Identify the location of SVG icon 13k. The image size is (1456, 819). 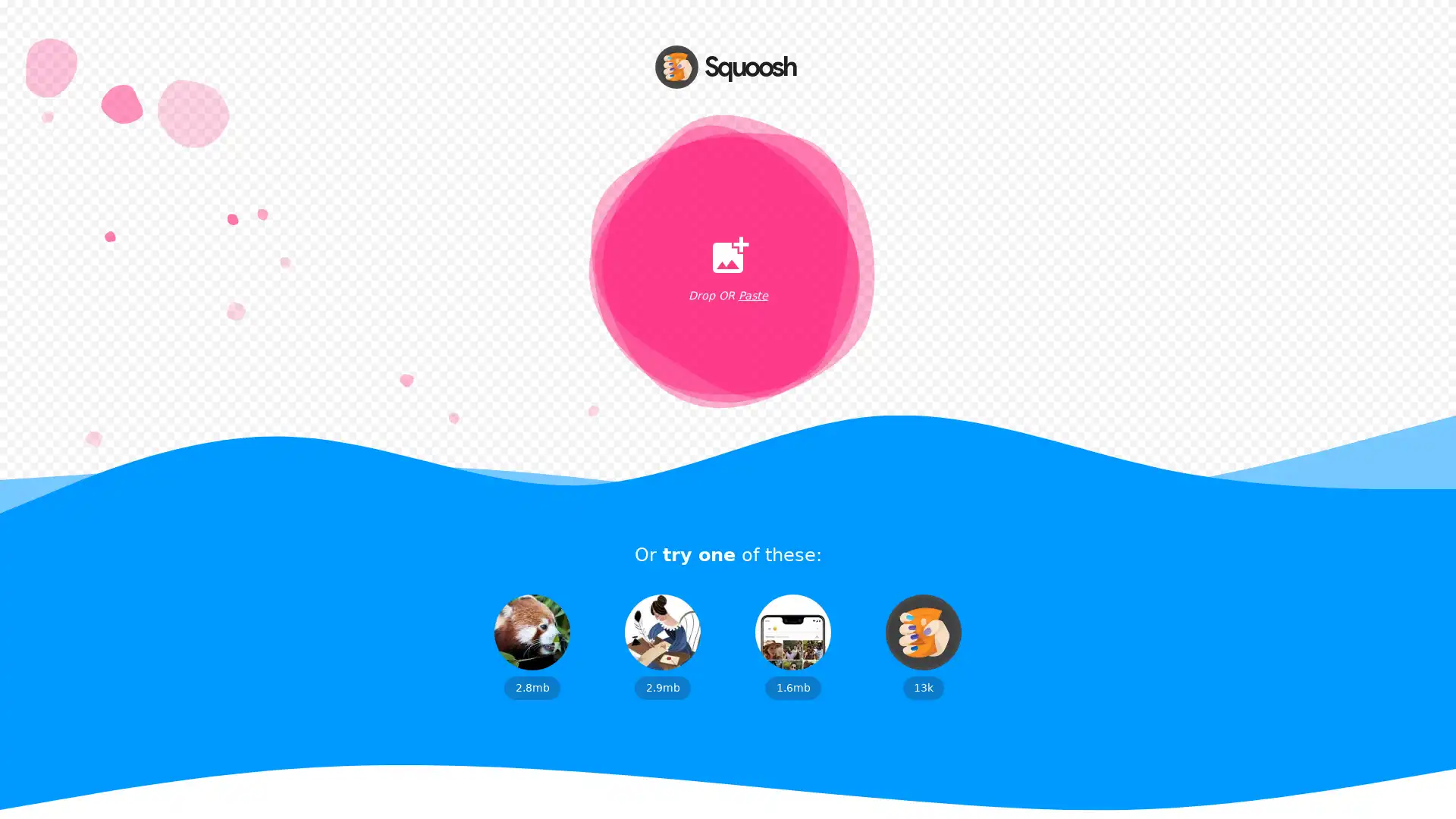
(923, 646).